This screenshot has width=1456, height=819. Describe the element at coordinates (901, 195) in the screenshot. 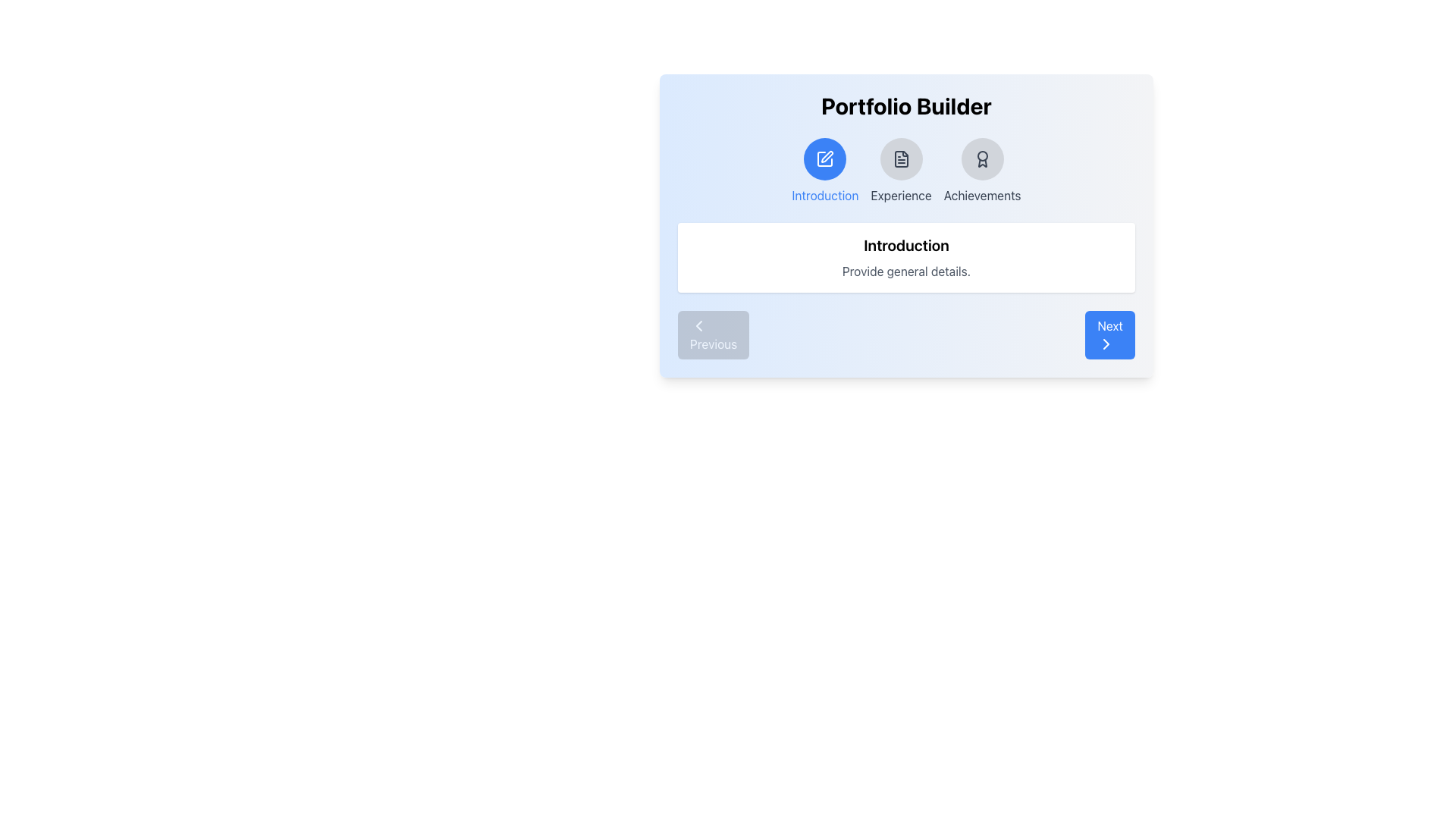

I see `the 'Experience' text label, which is the second label in the navigation row below the 'Portfolio Builder' title` at that location.